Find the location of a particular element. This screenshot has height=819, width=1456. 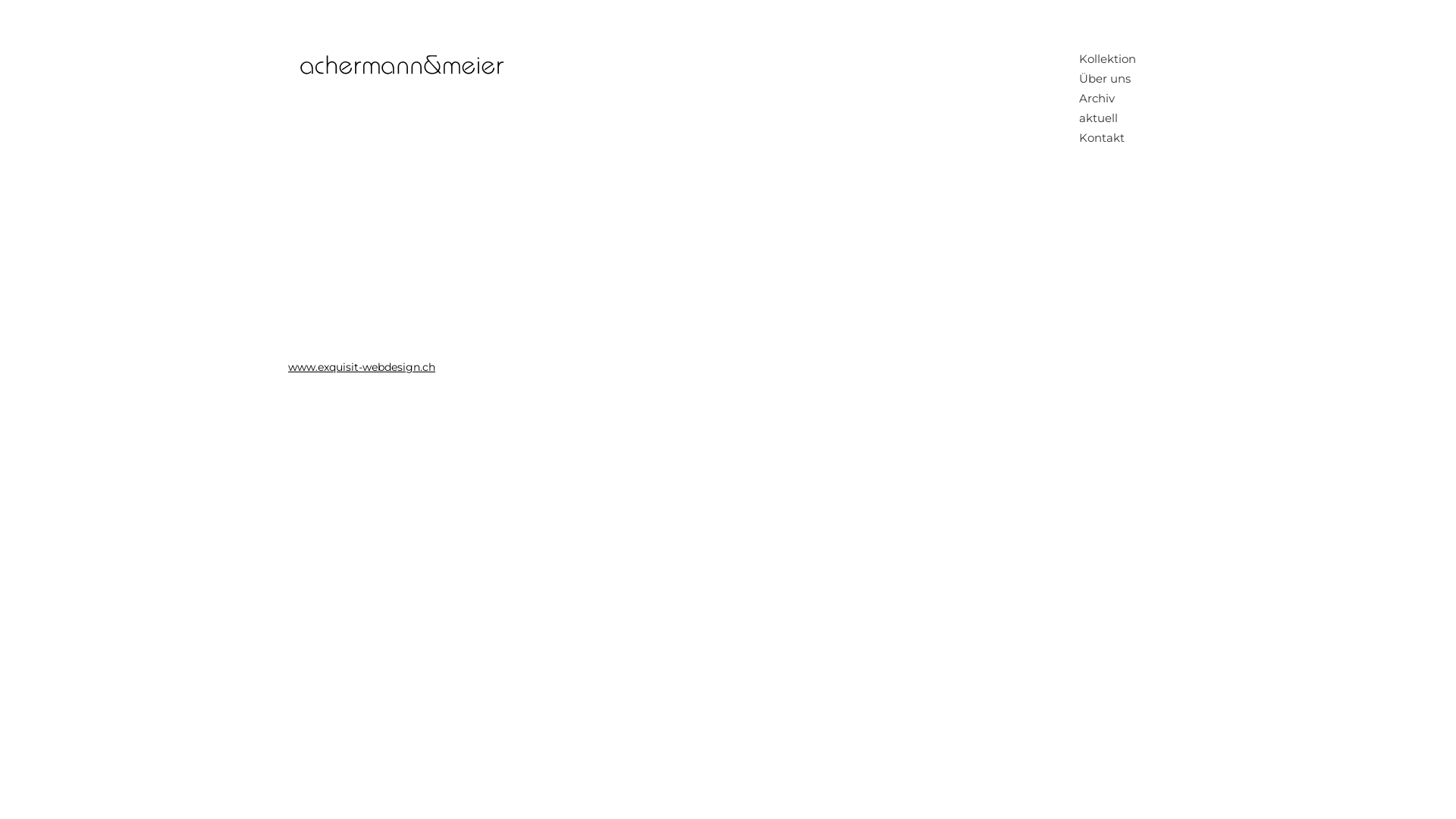

'Kontakt' is located at coordinates (1109, 137).